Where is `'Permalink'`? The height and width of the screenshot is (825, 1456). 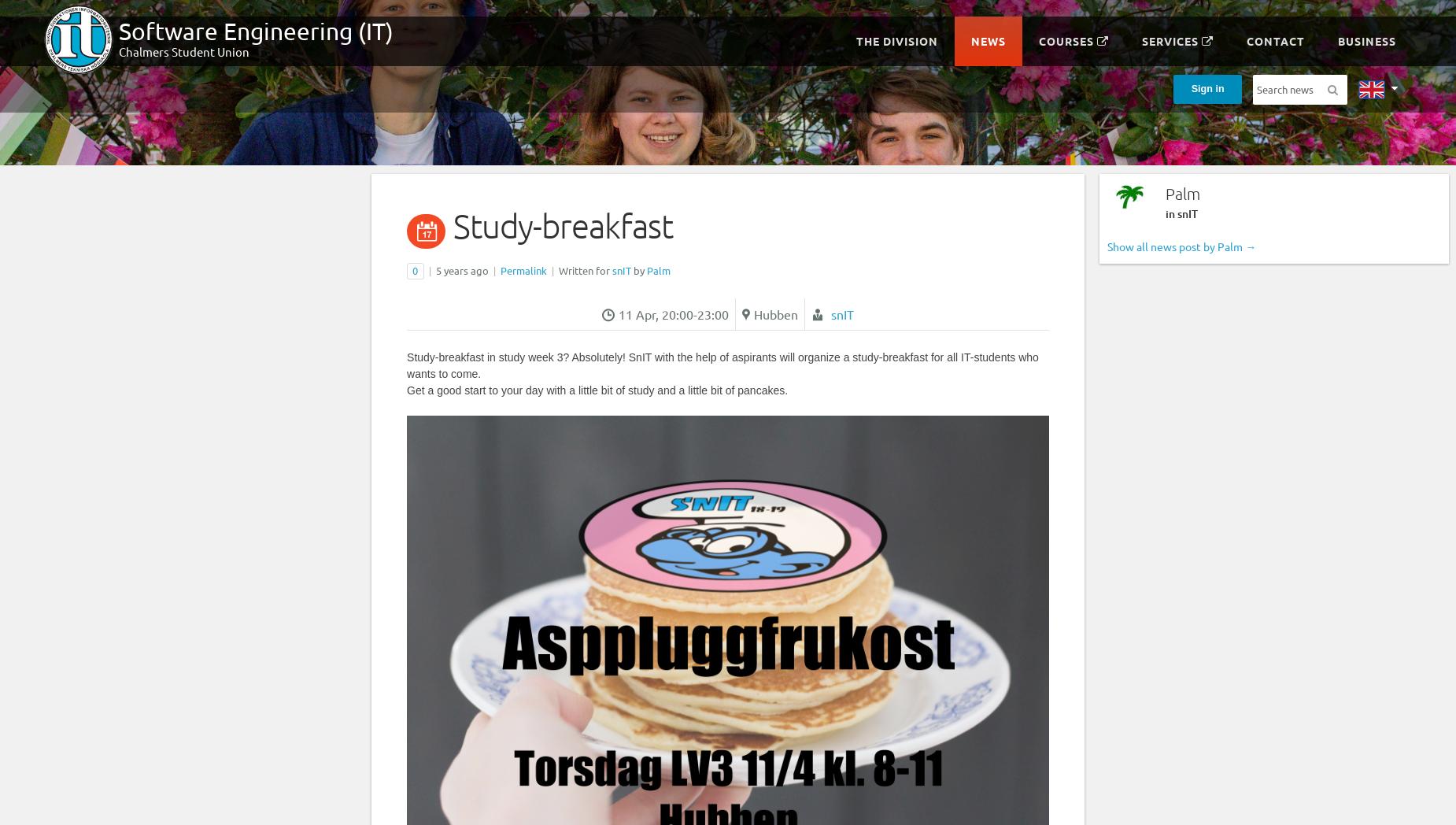
'Permalink' is located at coordinates (523, 269).